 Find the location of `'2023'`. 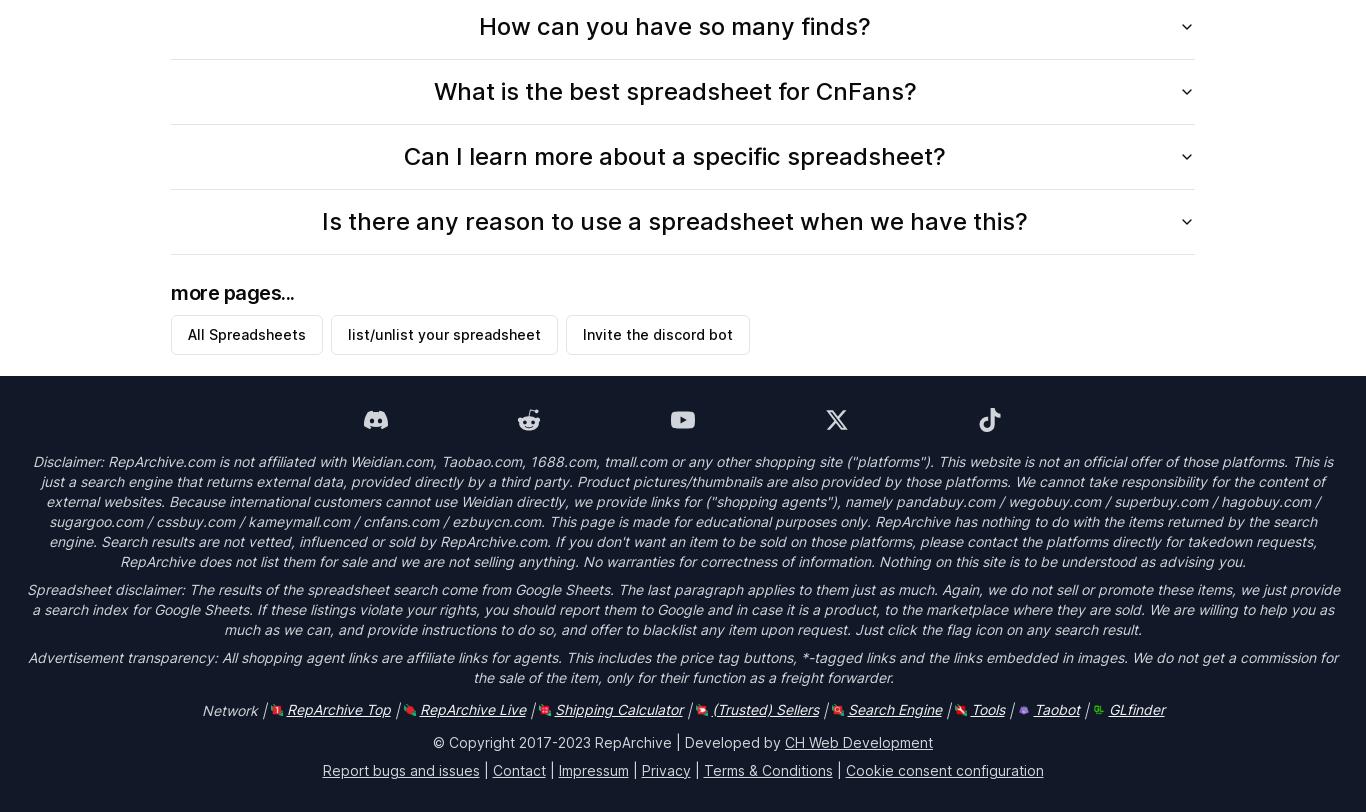

'2023' is located at coordinates (573, 741).